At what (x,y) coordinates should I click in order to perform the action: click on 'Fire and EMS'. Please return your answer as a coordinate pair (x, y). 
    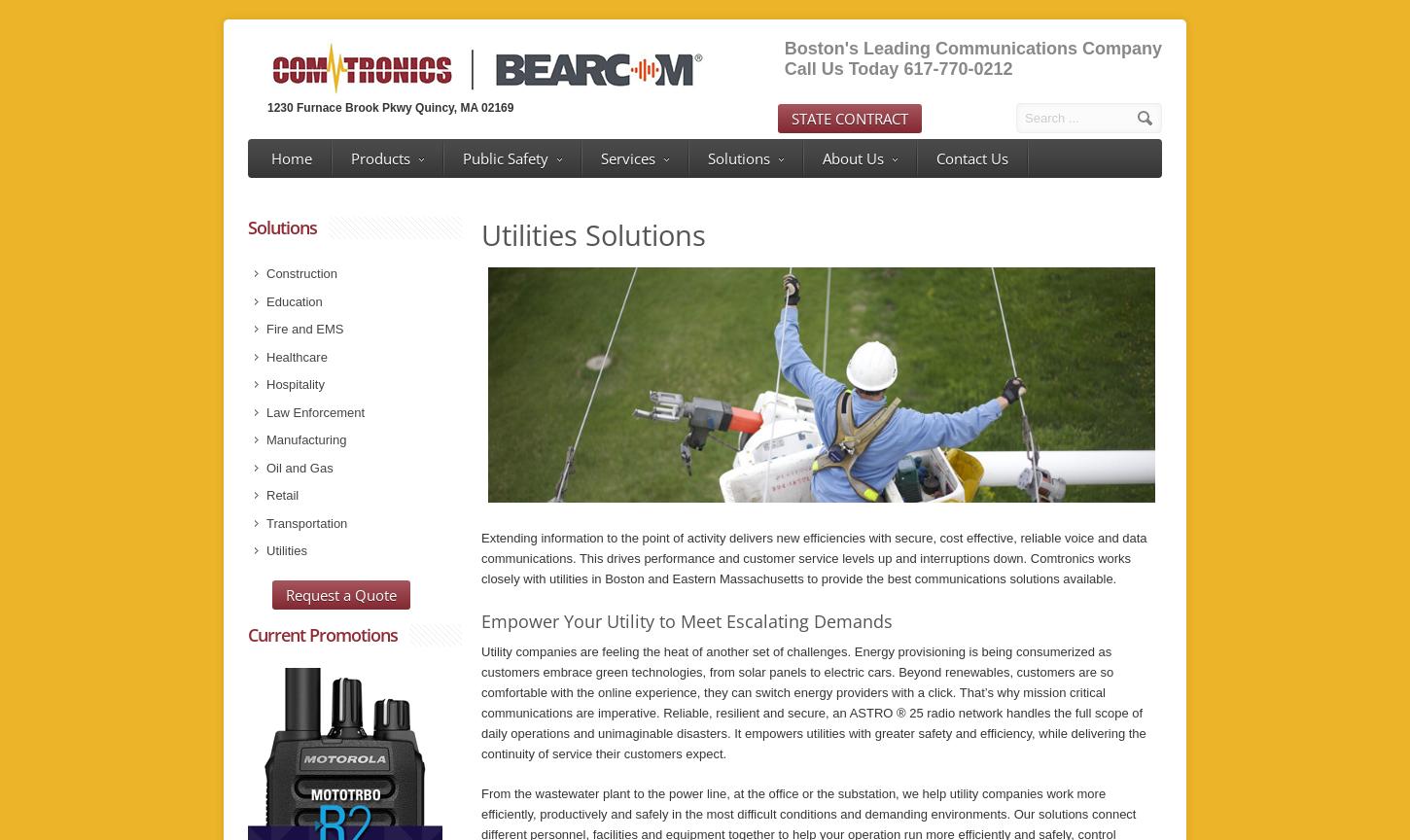
    Looking at the image, I should click on (266, 328).